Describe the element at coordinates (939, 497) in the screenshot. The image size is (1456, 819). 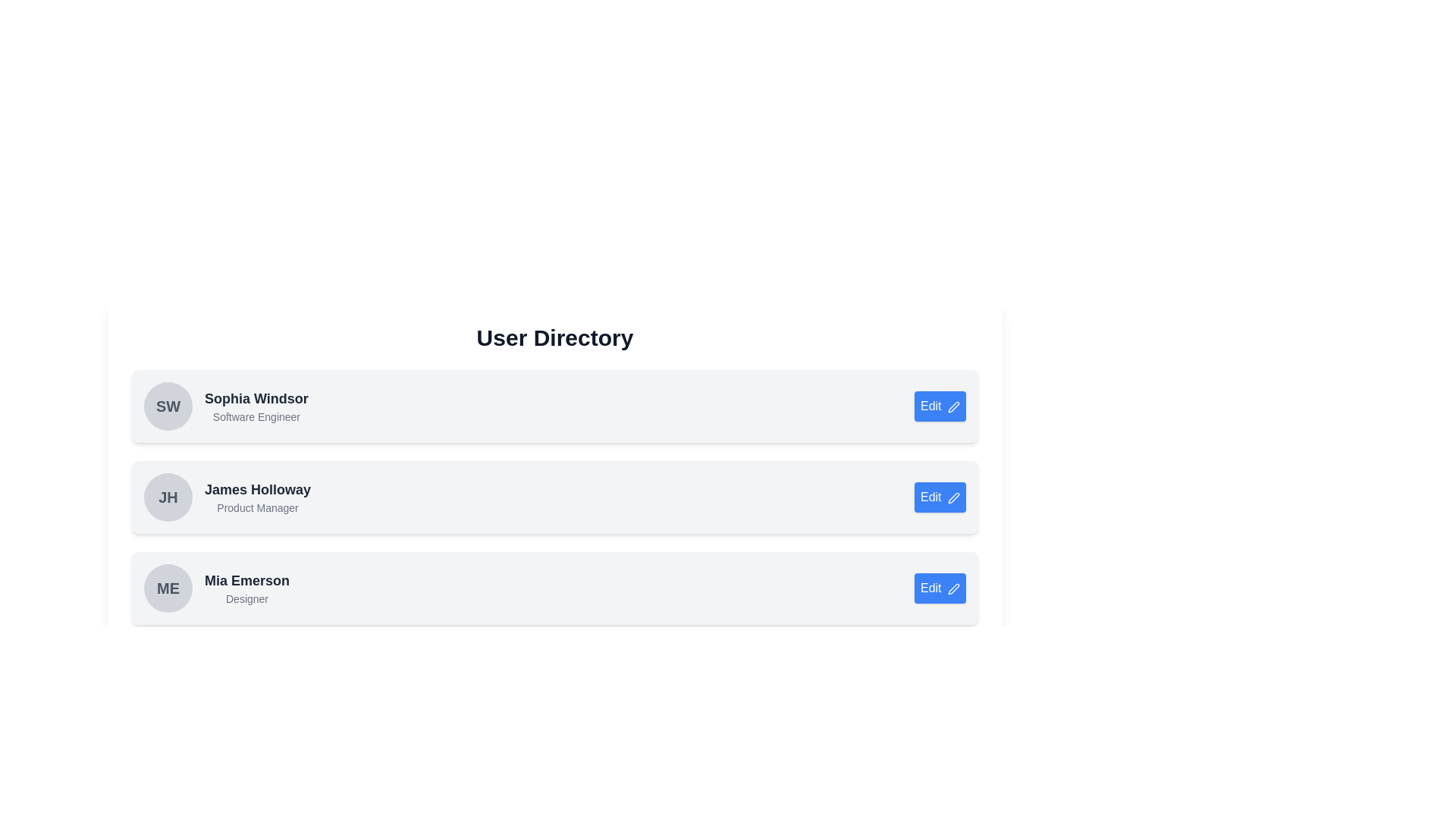
I see `the blue 'Edit' button with a rounded border located in the top-right corner of the user card for 'James Holloway, Product Manager'` at that location.